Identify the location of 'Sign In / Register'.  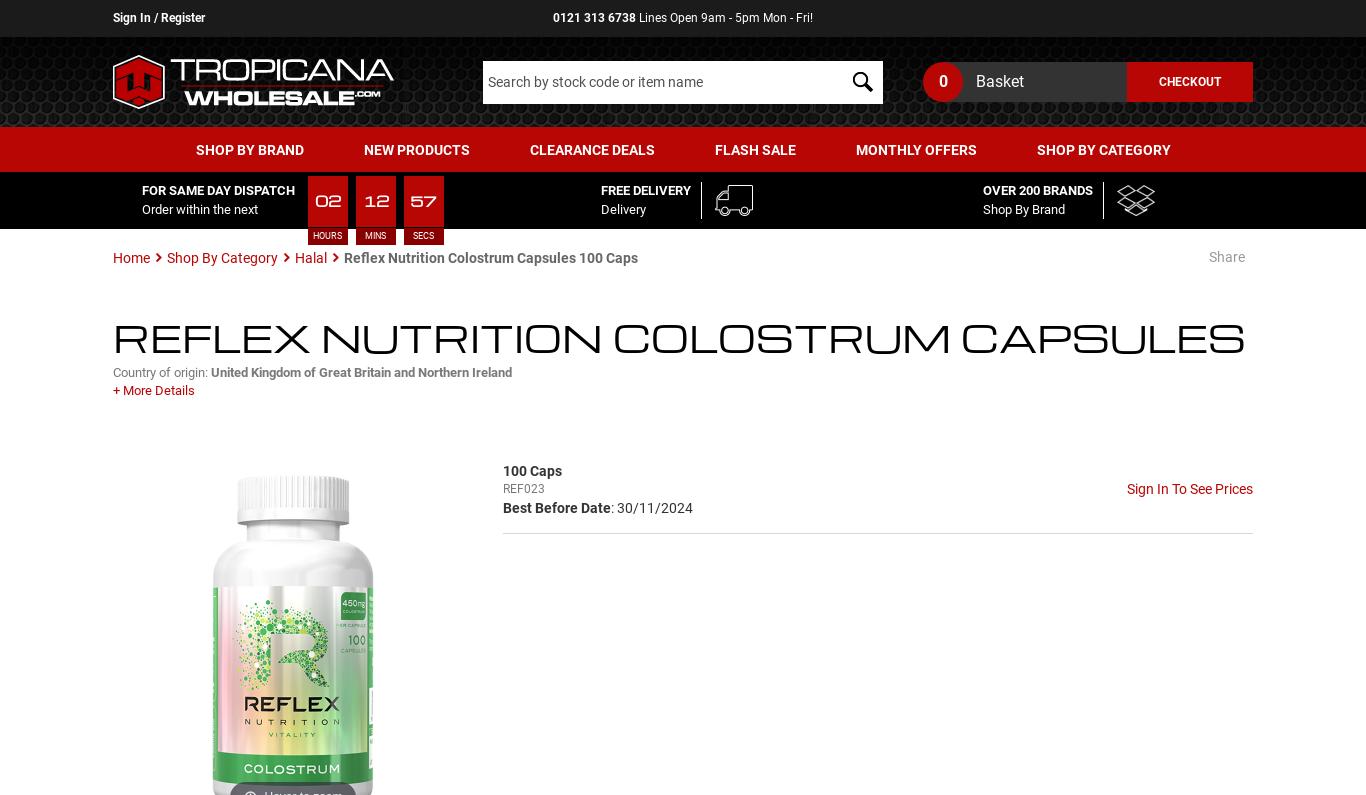
(158, 16).